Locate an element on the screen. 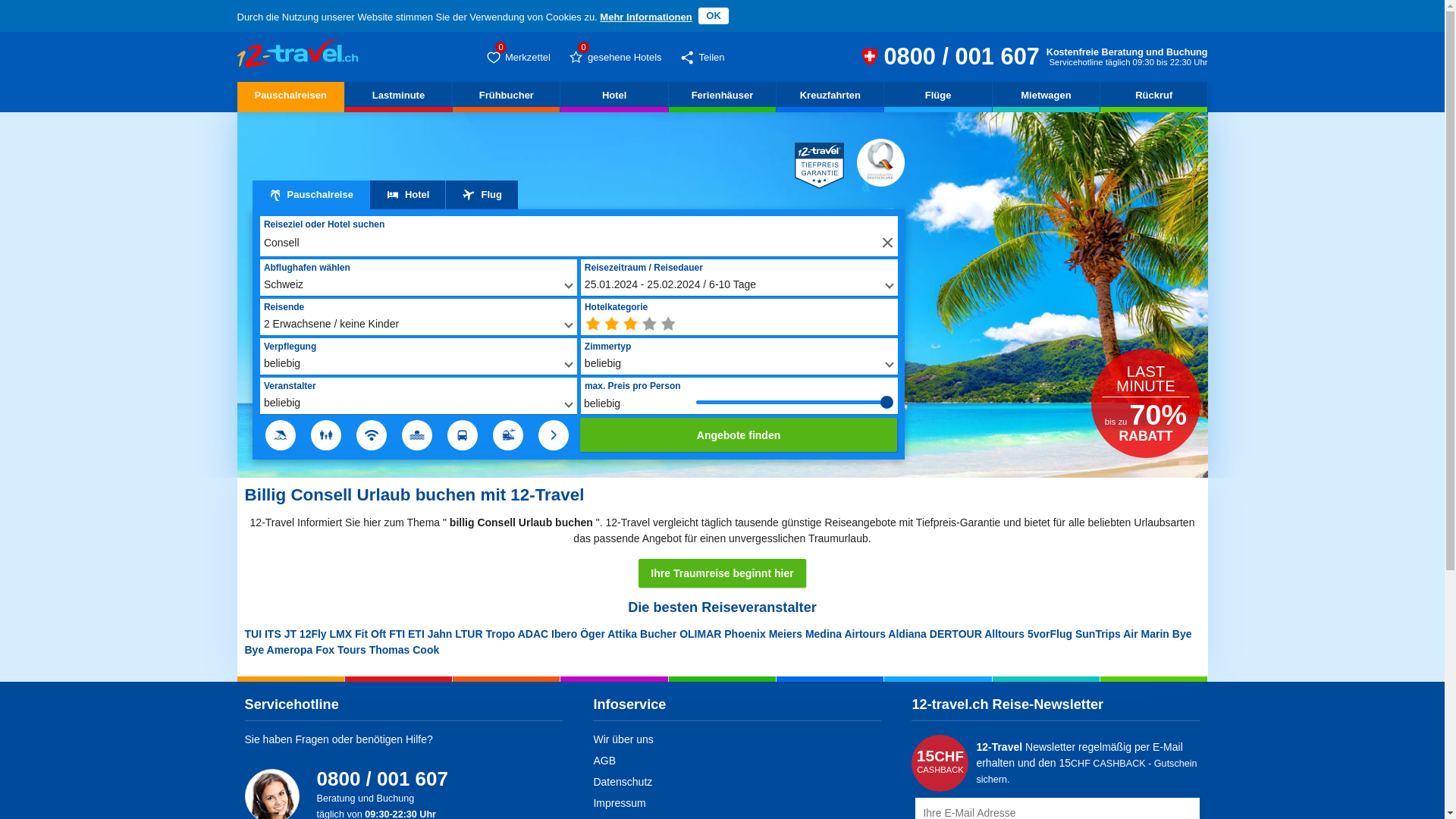 The height and width of the screenshot is (819, 1456). 'OLIMAR' is located at coordinates (699, 634).